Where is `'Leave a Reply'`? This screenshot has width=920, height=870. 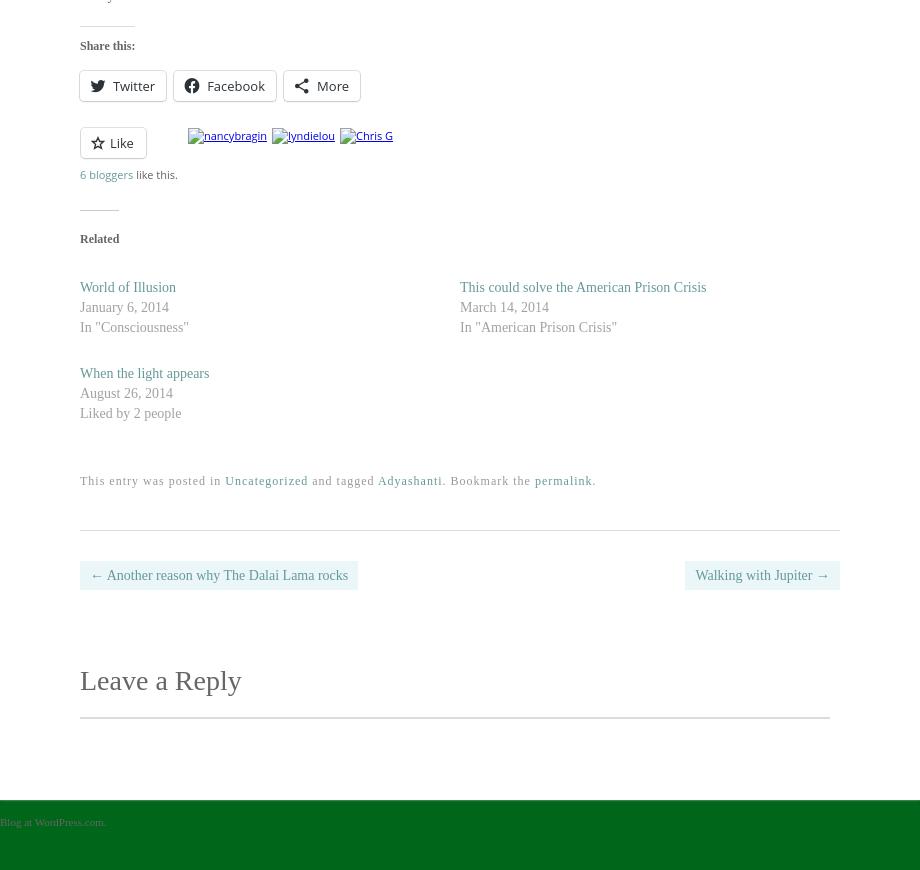 'Leave a Reply' is located at coordinates (159, 679).